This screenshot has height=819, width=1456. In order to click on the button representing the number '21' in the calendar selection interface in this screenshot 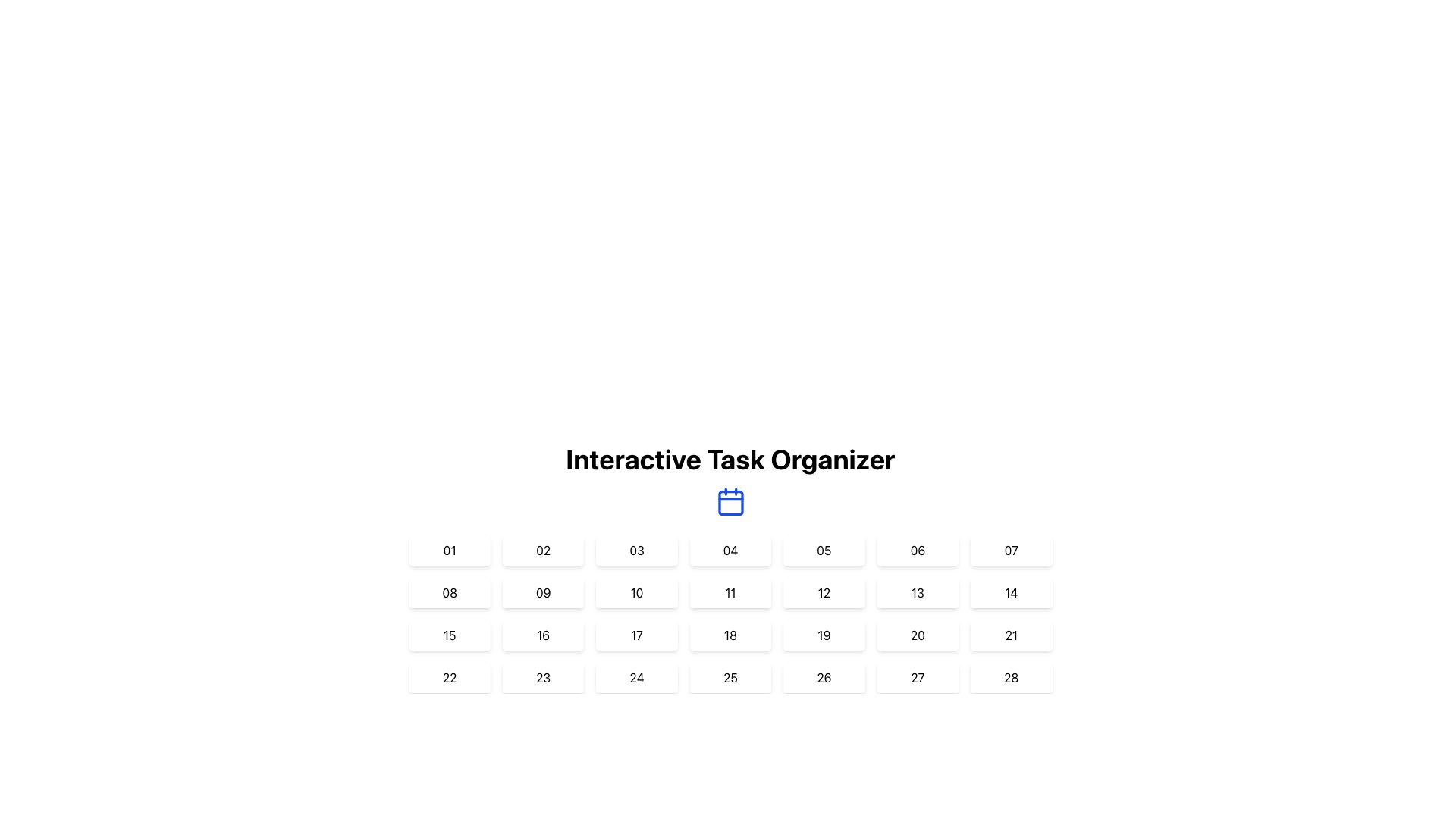, I will do `click(1011, 635)`.